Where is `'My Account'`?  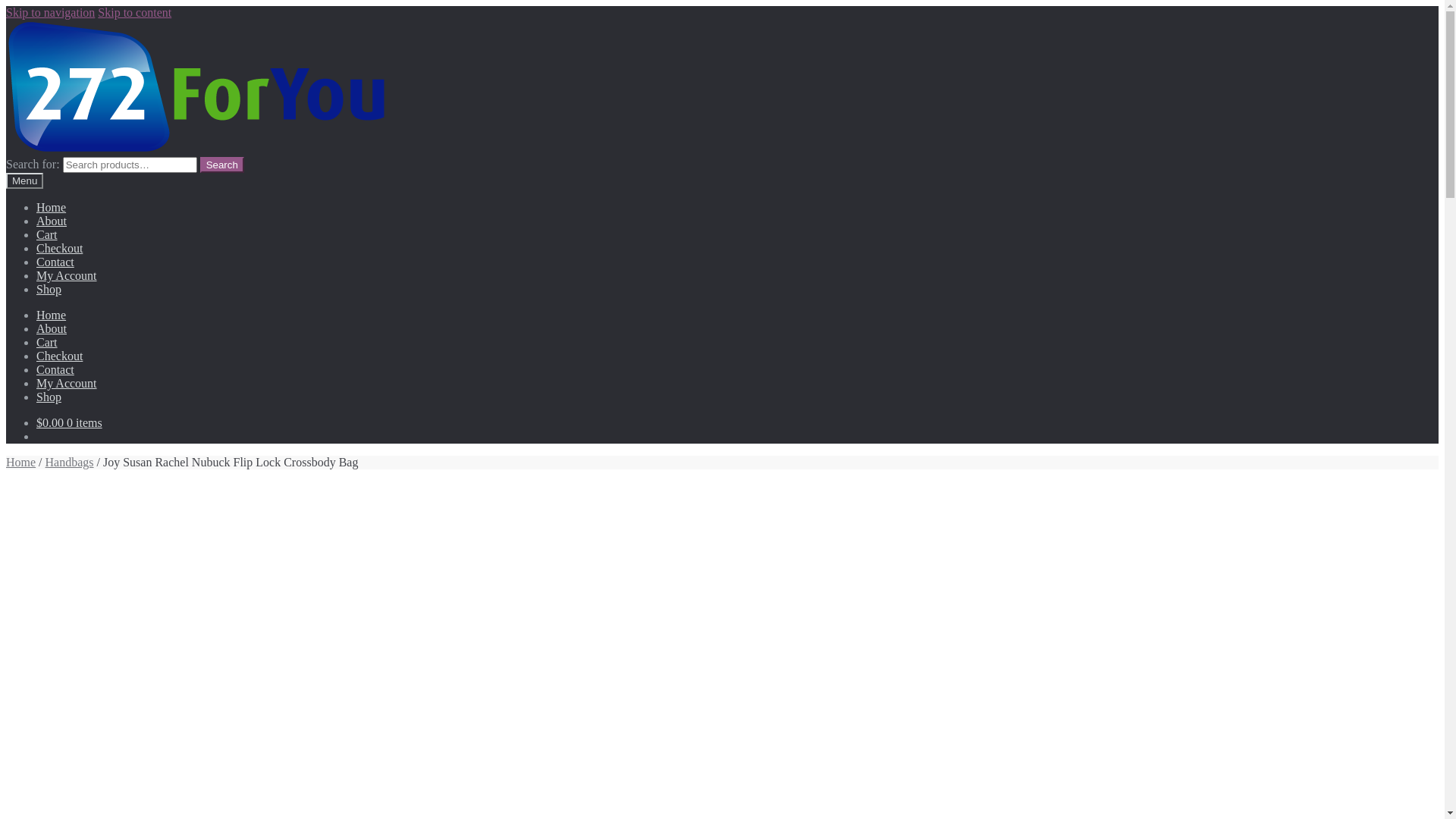
'My Account' is located at coordinates (65, 382).